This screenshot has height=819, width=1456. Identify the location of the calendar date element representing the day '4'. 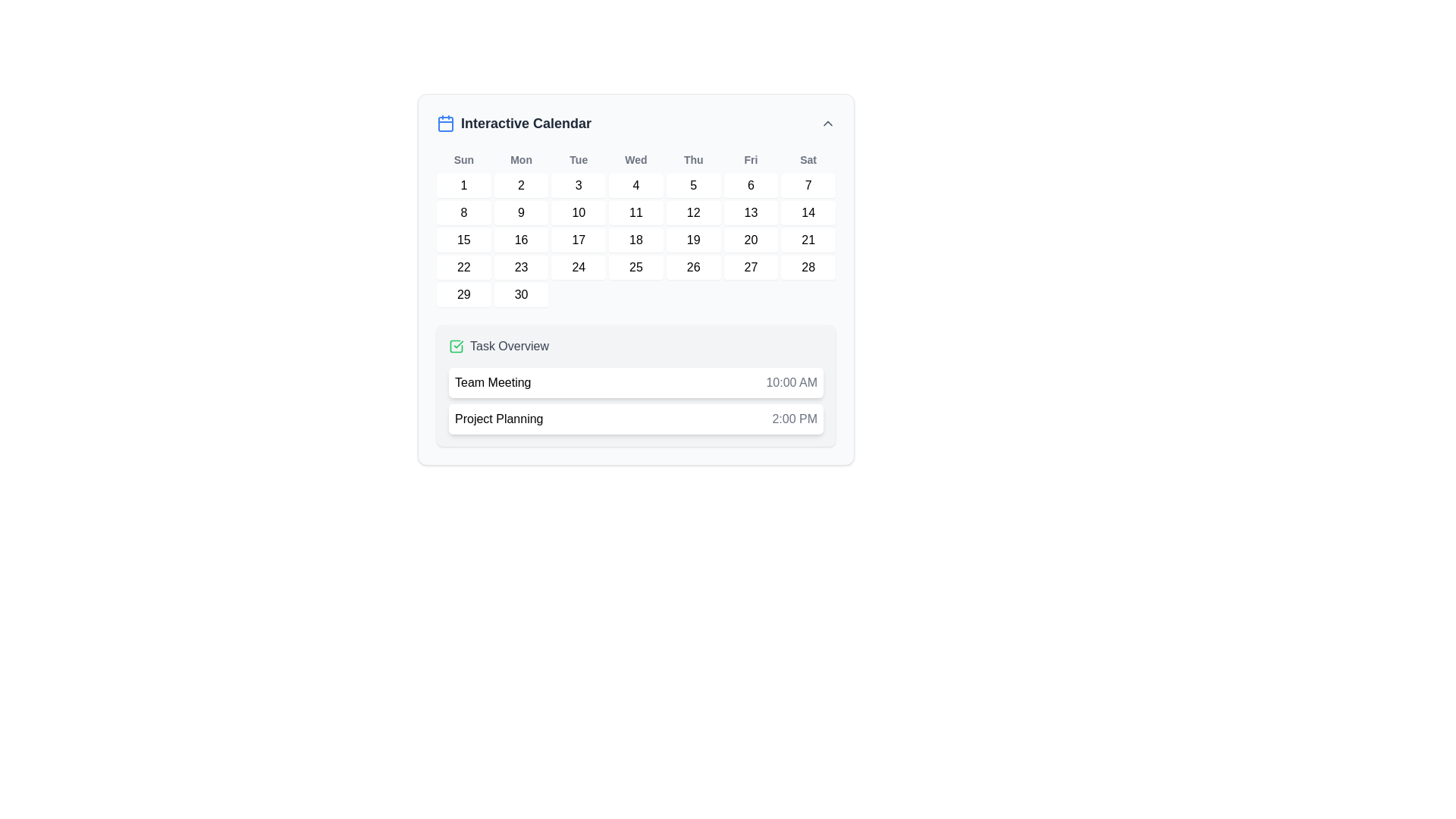
(636, 185).